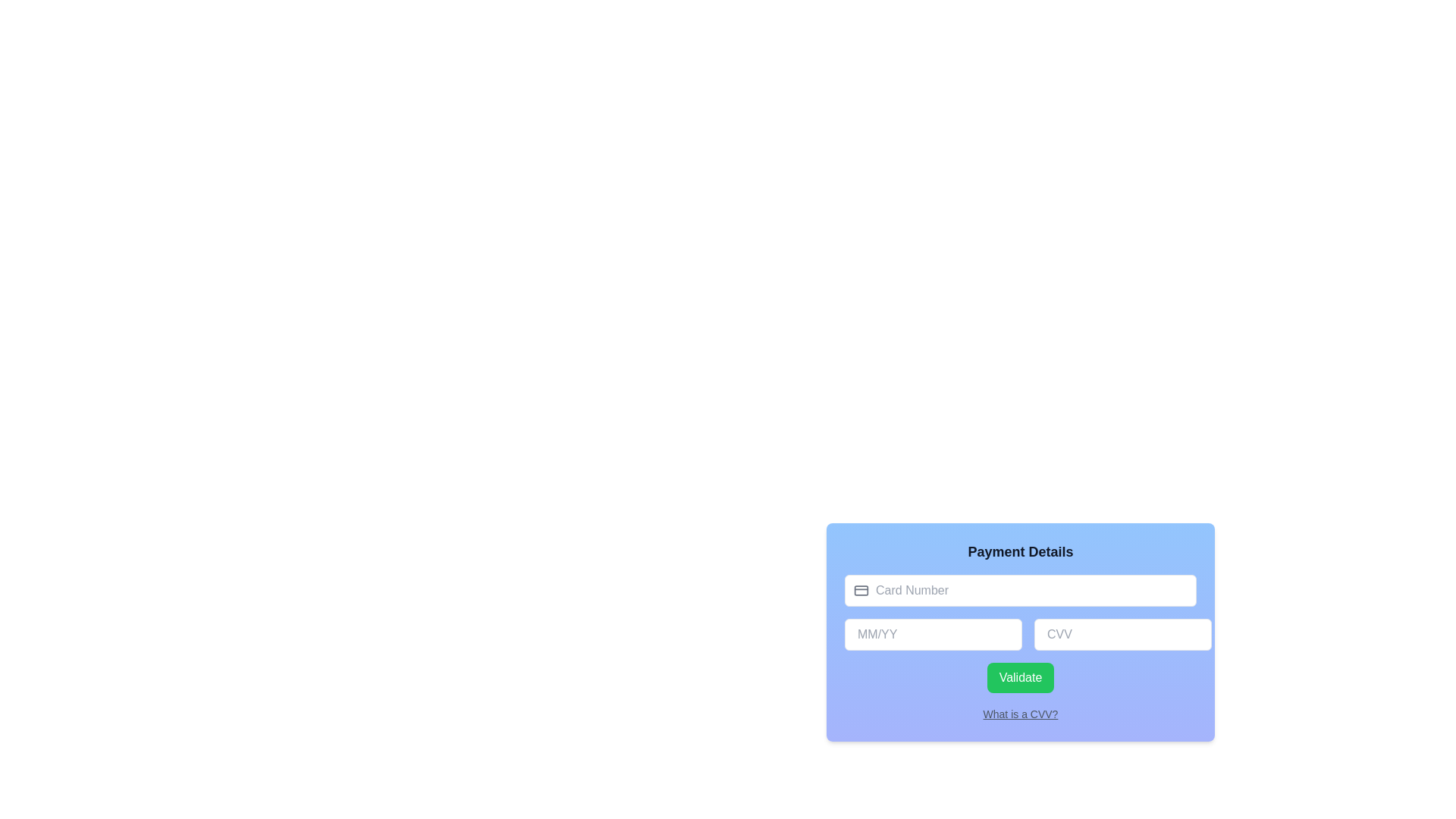 The width and height of the screenshot is (1456, 819). Describe the element at coordinates (1020, 714) in the screenshot. I see `the text link labeled 'What is a CVV?' which is styled with an underline and located in a blue rounded card interface, positioned beneath the 'Validate' button` at that location.